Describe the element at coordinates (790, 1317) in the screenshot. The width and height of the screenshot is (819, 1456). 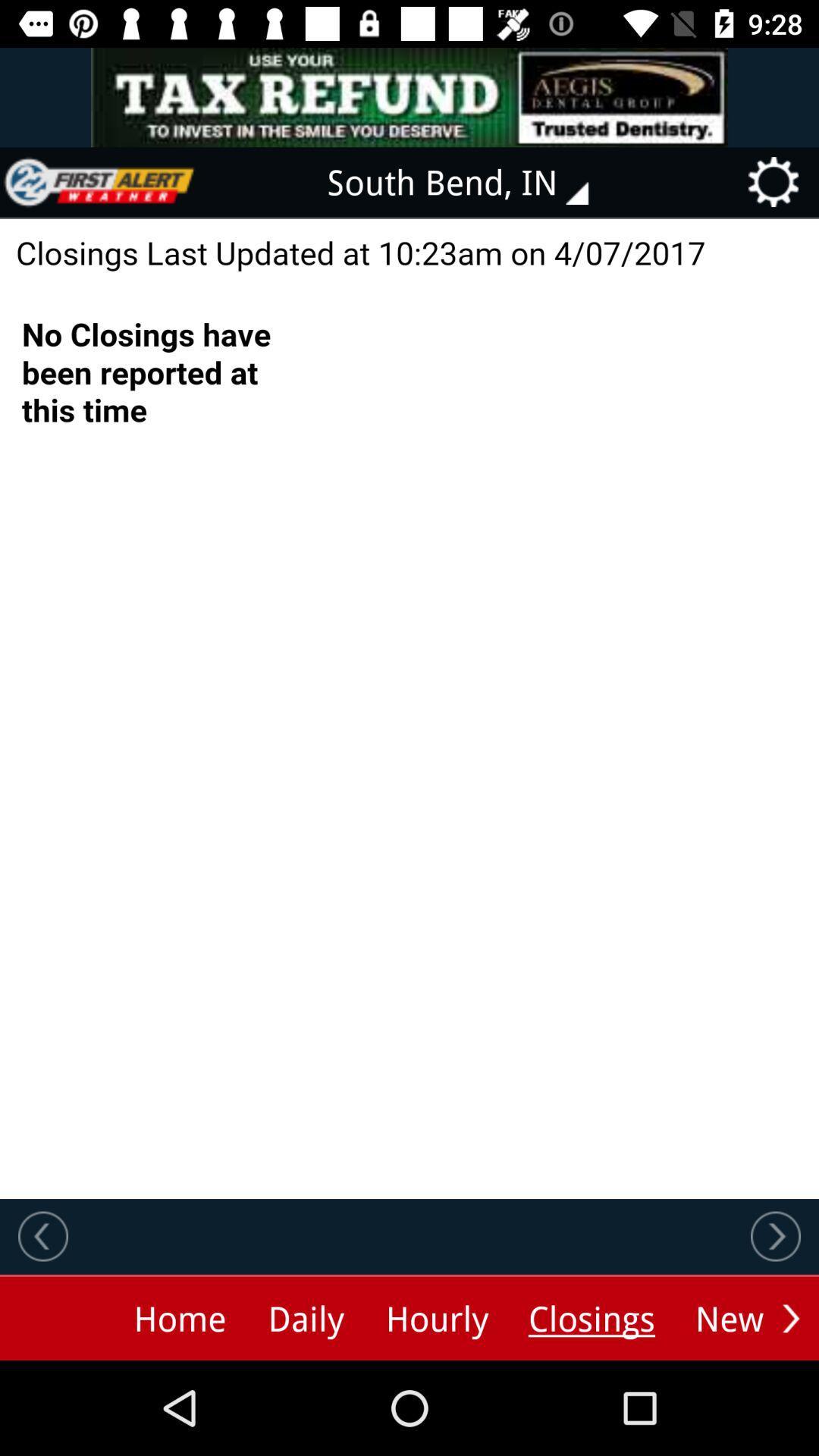
I see `the arrow_forward icon` at that location.